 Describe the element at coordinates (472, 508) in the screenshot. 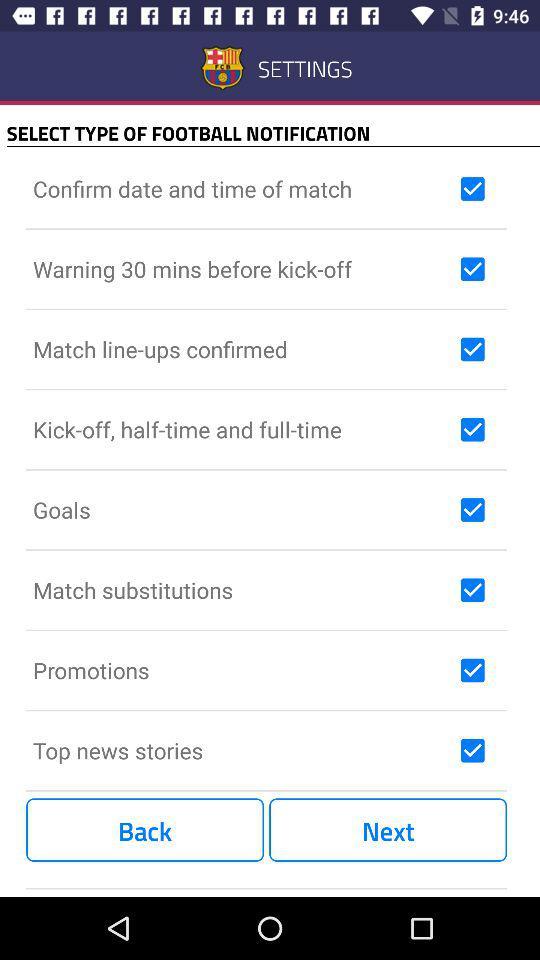

I see `option` at that location.